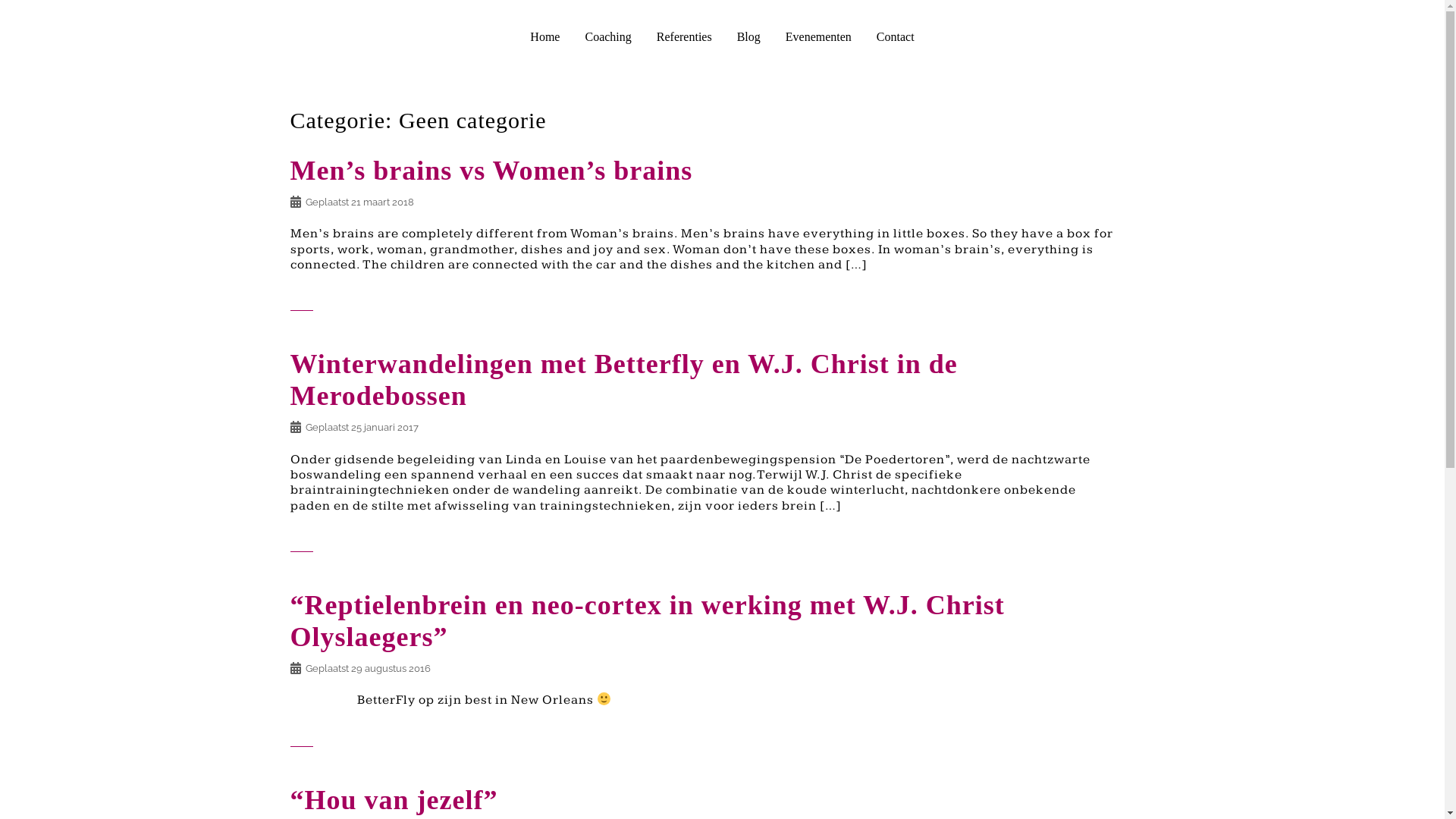 The image size is (1456, 819). What do you see at coordinates (748, 36) in the screenshot?
I see `'Blog'` at bounding box center [748, 36].